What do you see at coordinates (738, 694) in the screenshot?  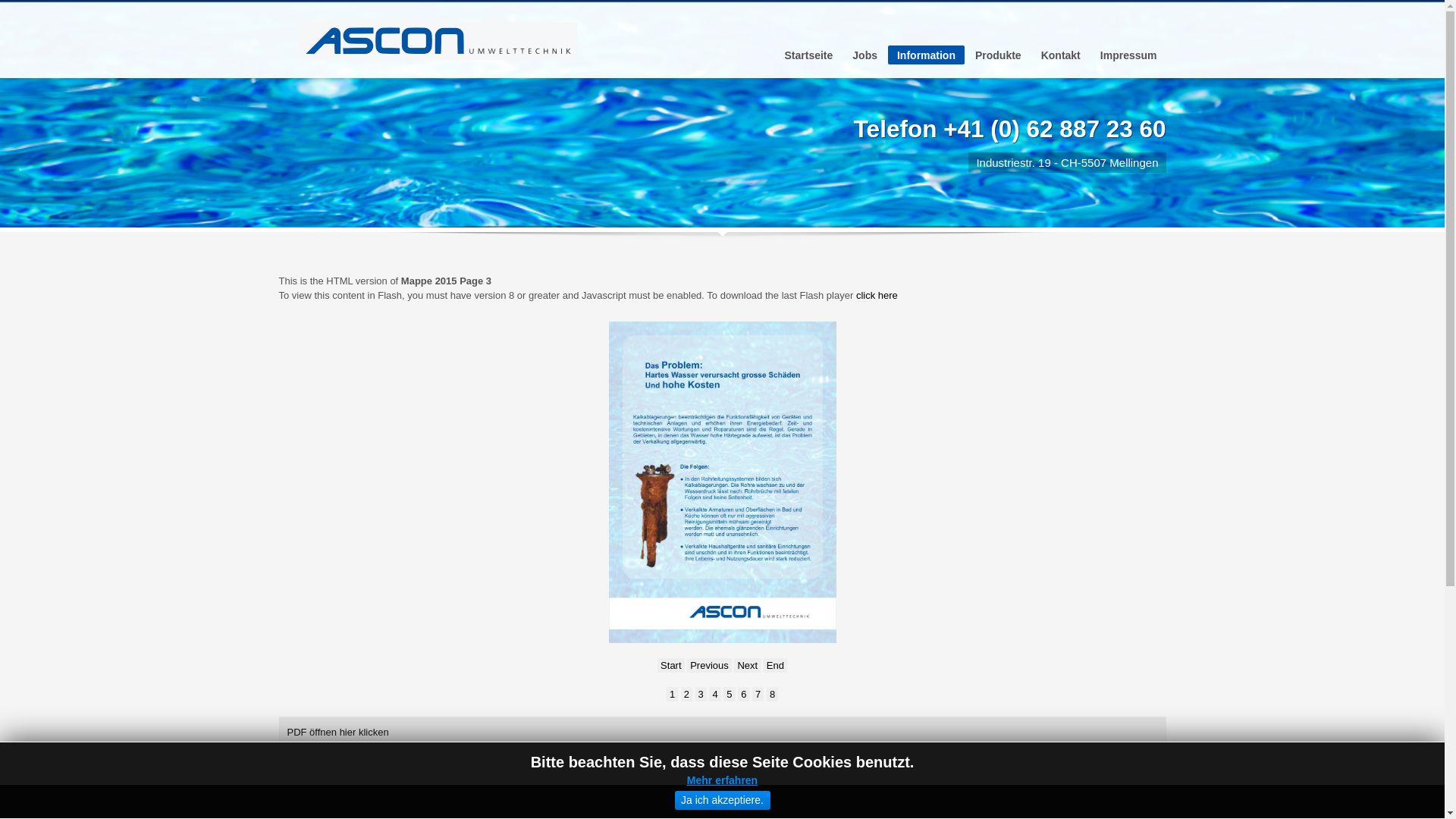 I see `'6'` at bounding box center [738, 694].